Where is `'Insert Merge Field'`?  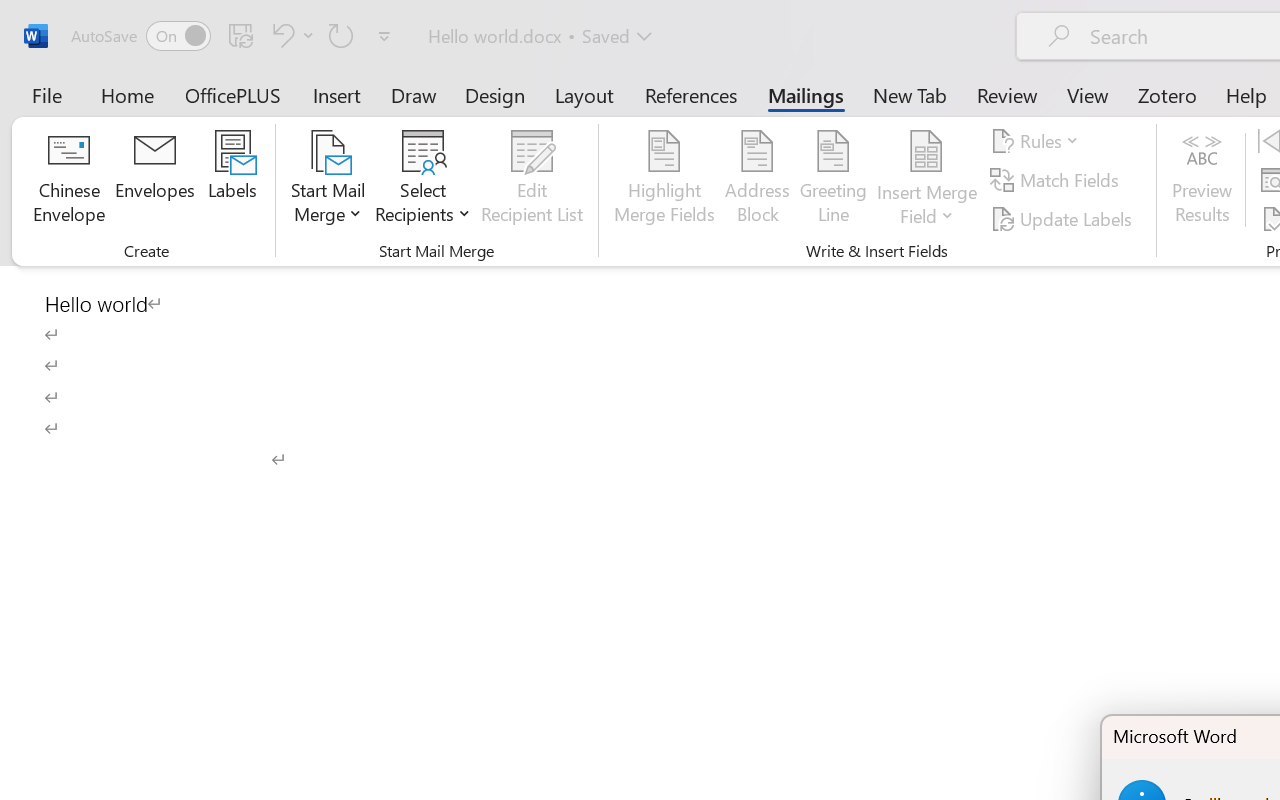
'Insert Merge Field' is located at coordinates (926, 179).